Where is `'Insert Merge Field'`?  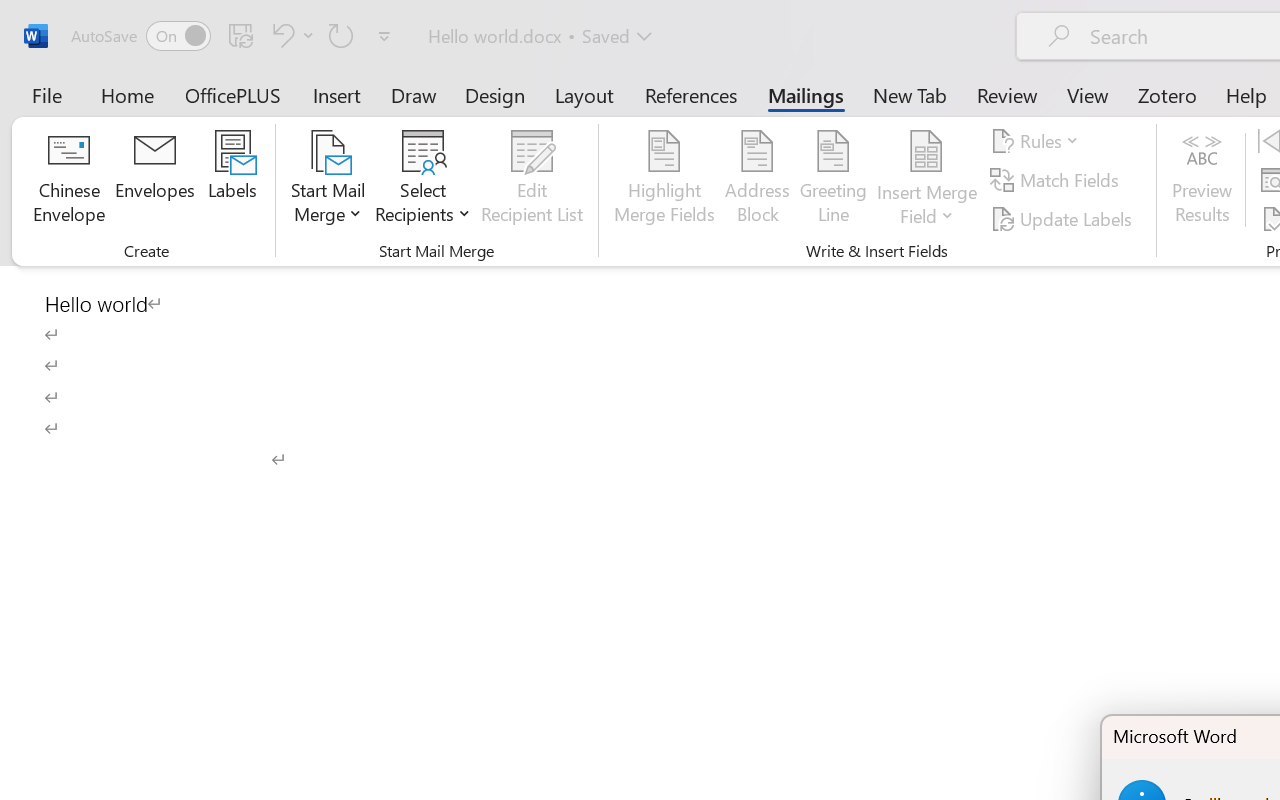
'Insert Merge Field' is located at coordinates (926, 179).